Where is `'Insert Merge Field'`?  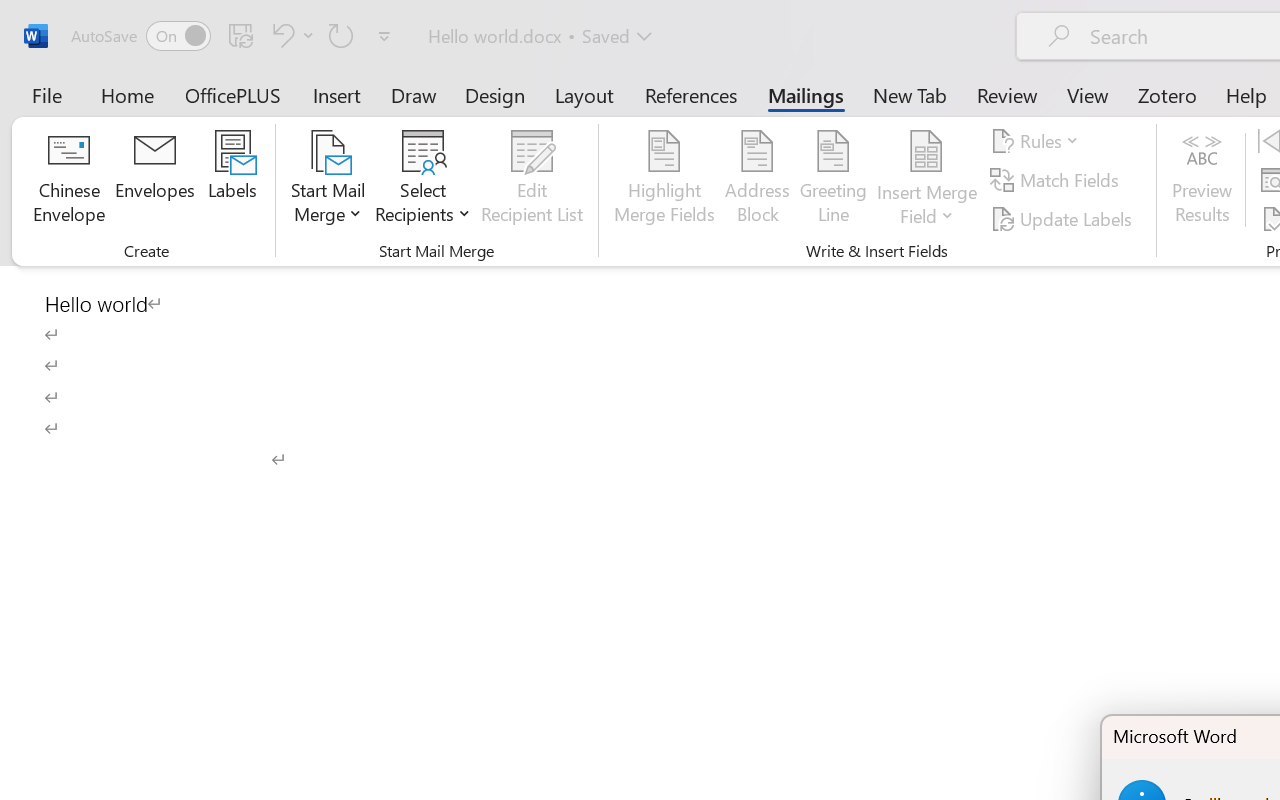
'Insert Merge Field' is located at coordinates (926, 179).